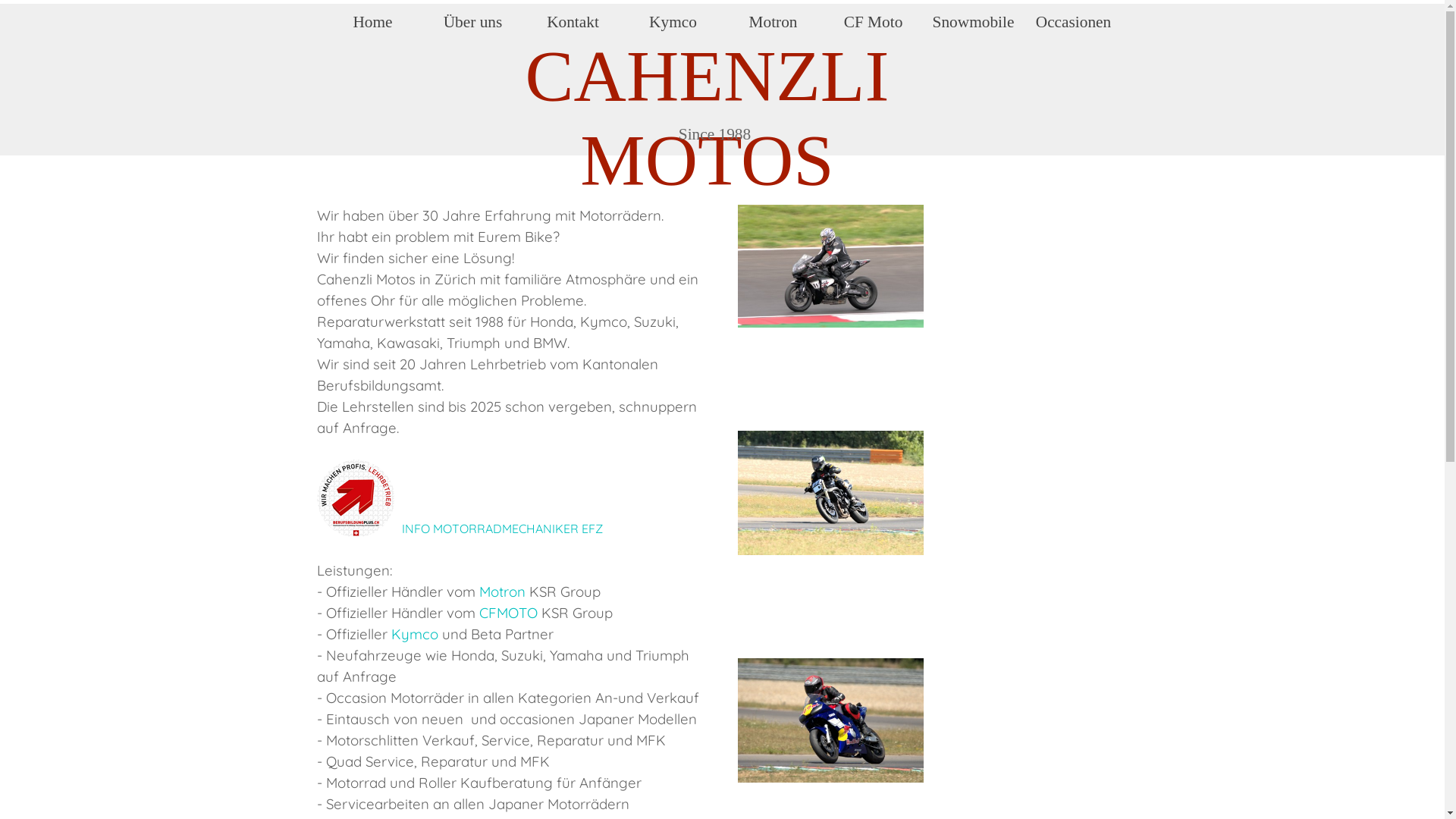 This screenshot has height=819, width=1456. What do you see at coordinates (502, 590) in the screenshot?
I see `'Motron'` at bounding box center [502, 590].